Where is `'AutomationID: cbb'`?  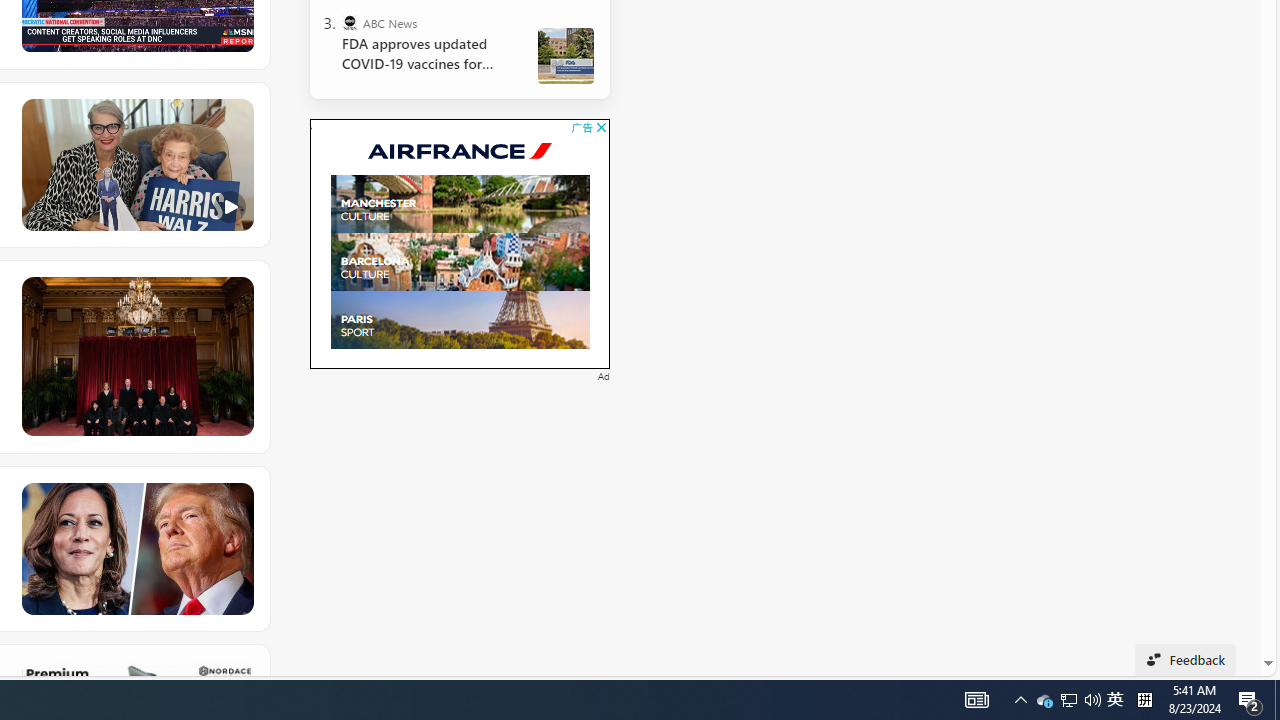 'AutomationID: cbb' is located at coordinates (600, 127).